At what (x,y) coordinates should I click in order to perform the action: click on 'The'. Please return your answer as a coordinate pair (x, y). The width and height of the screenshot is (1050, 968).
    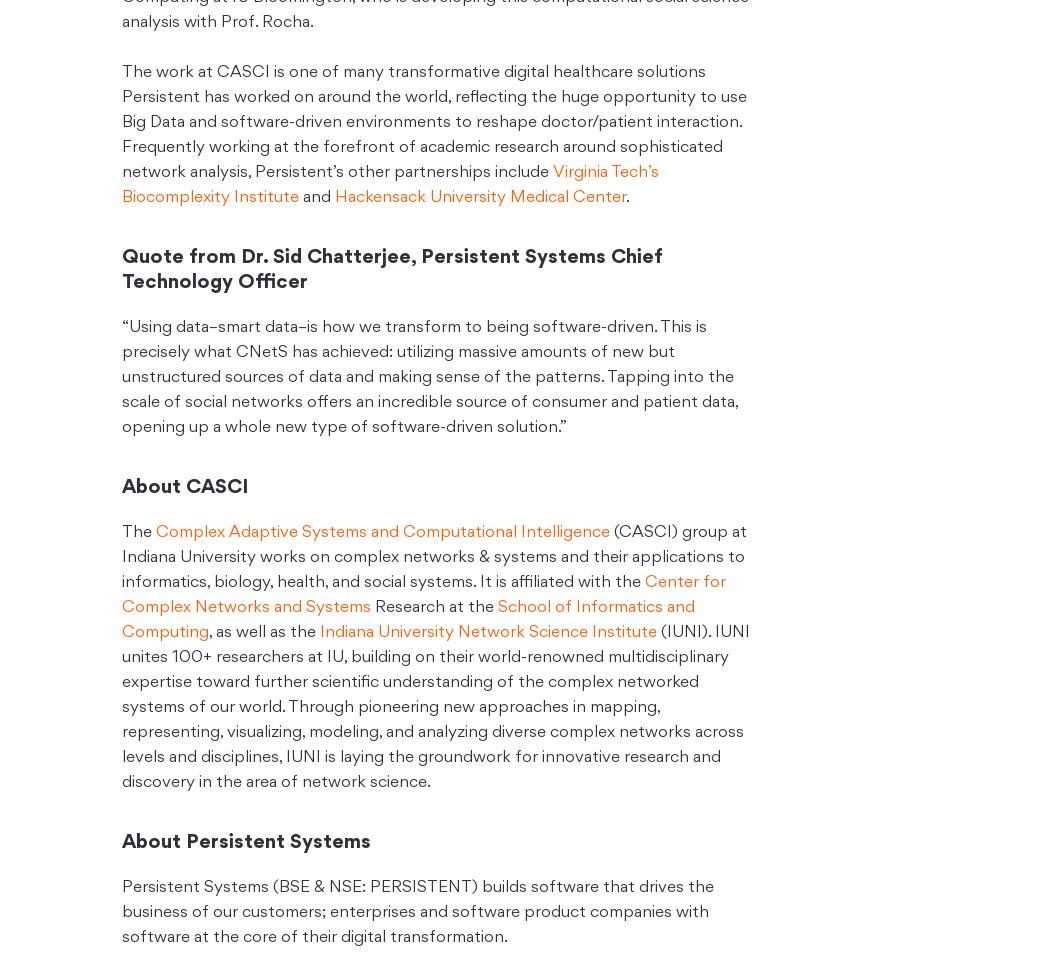
    Looking at the image, I should click on (138, 531).